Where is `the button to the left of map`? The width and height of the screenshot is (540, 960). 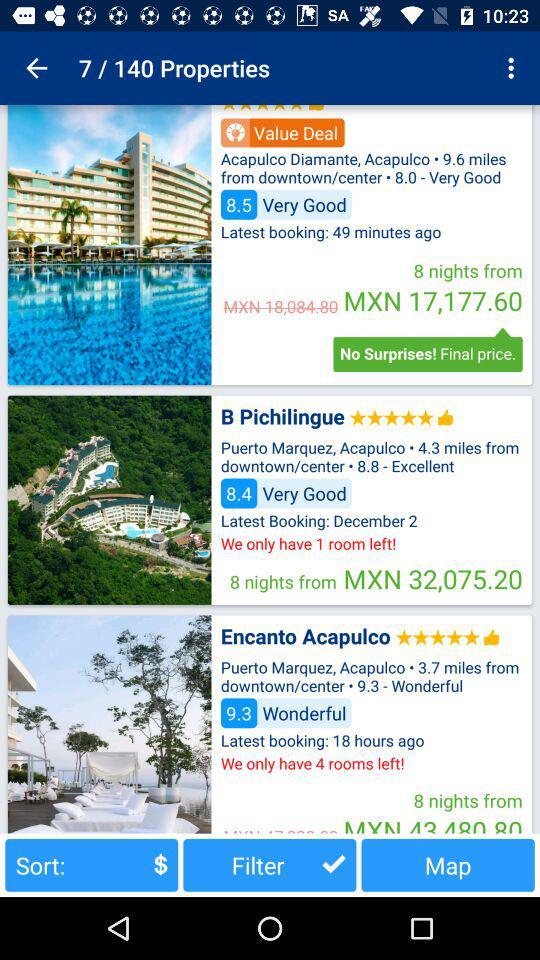 the button to the left of map is located at coordinates (269, 864).